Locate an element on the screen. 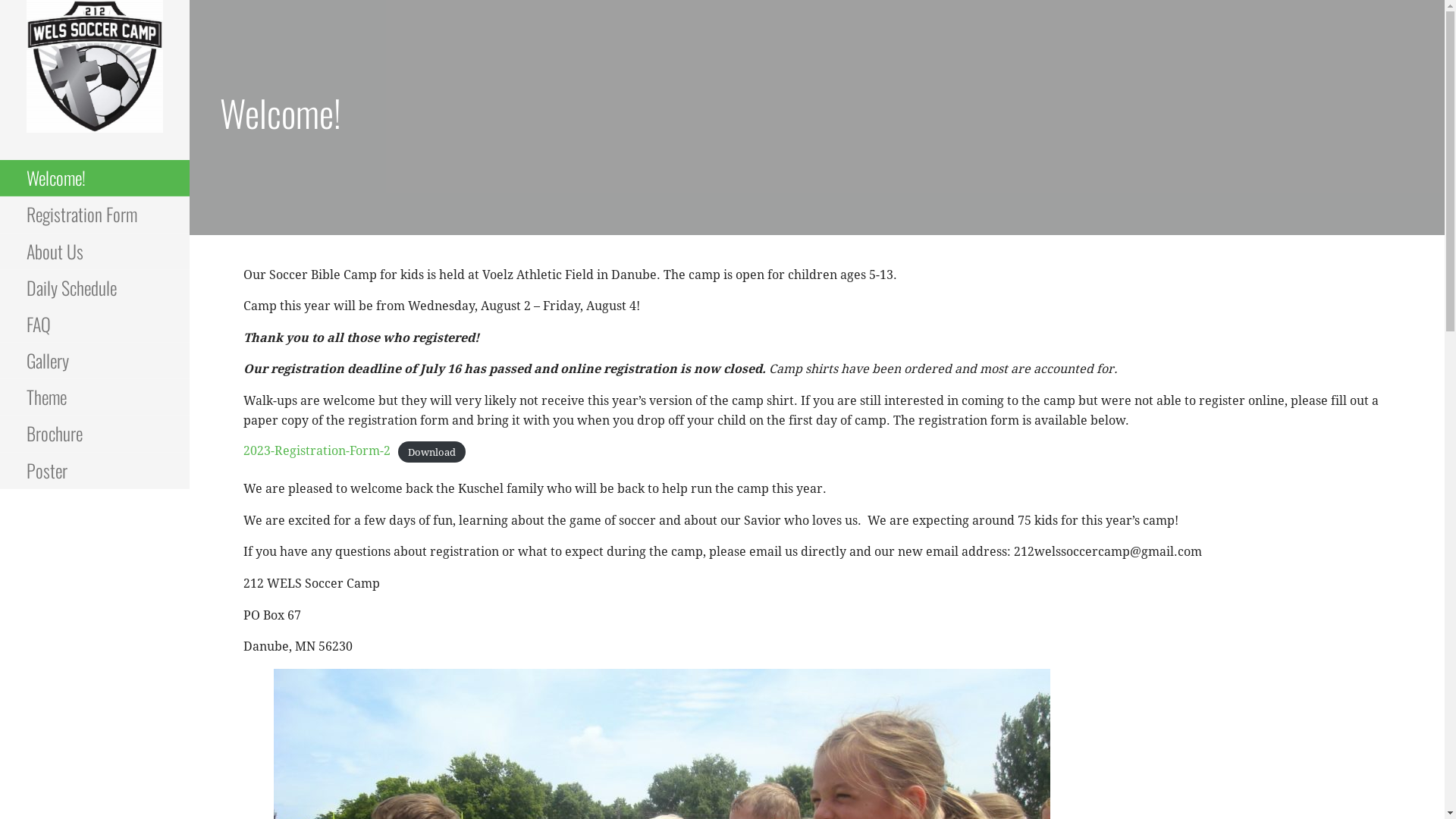  'Registration Form' is located at coordinates (93, 214).